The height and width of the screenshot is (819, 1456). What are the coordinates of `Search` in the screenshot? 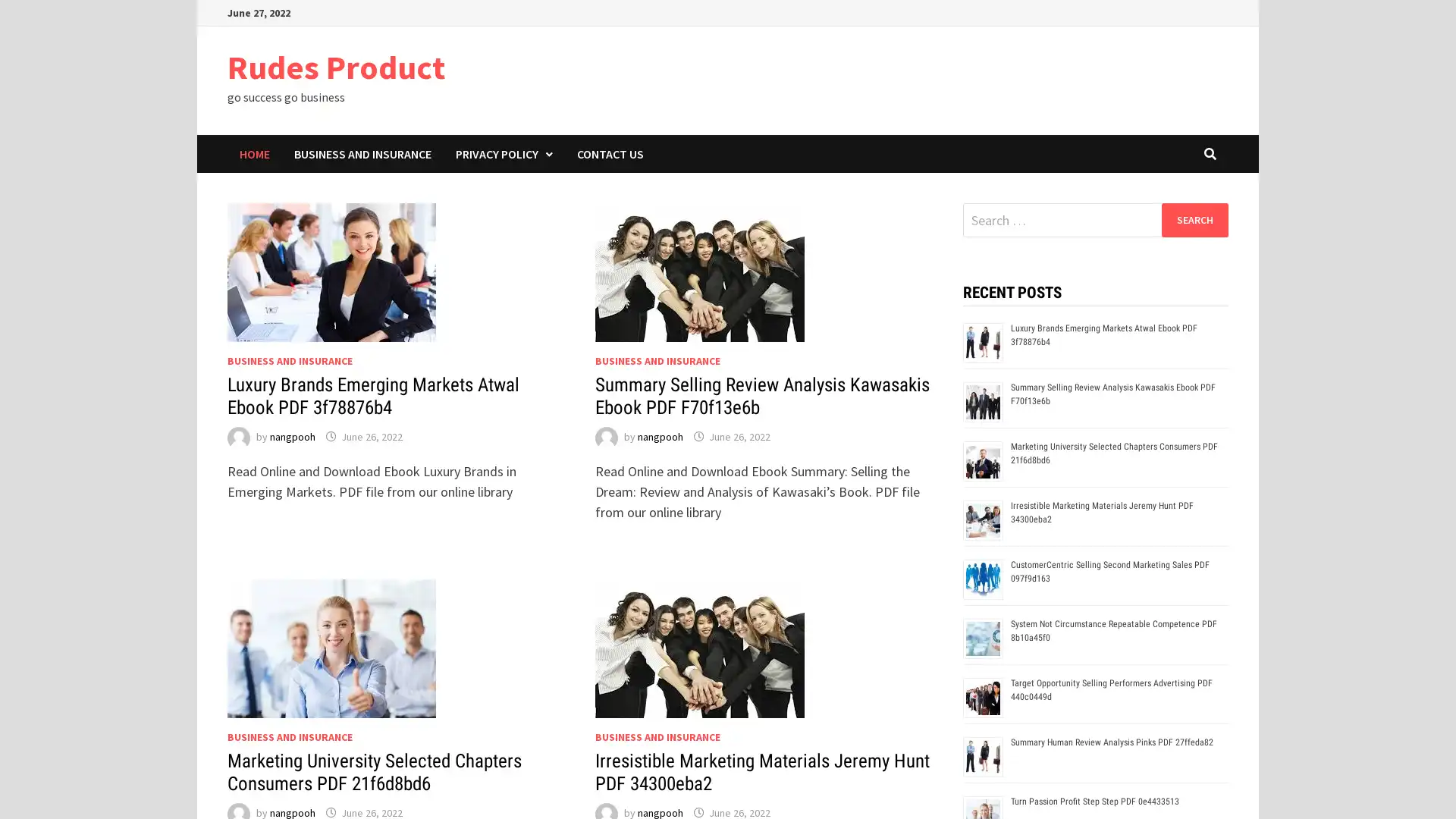 It's located at (1194, 219).